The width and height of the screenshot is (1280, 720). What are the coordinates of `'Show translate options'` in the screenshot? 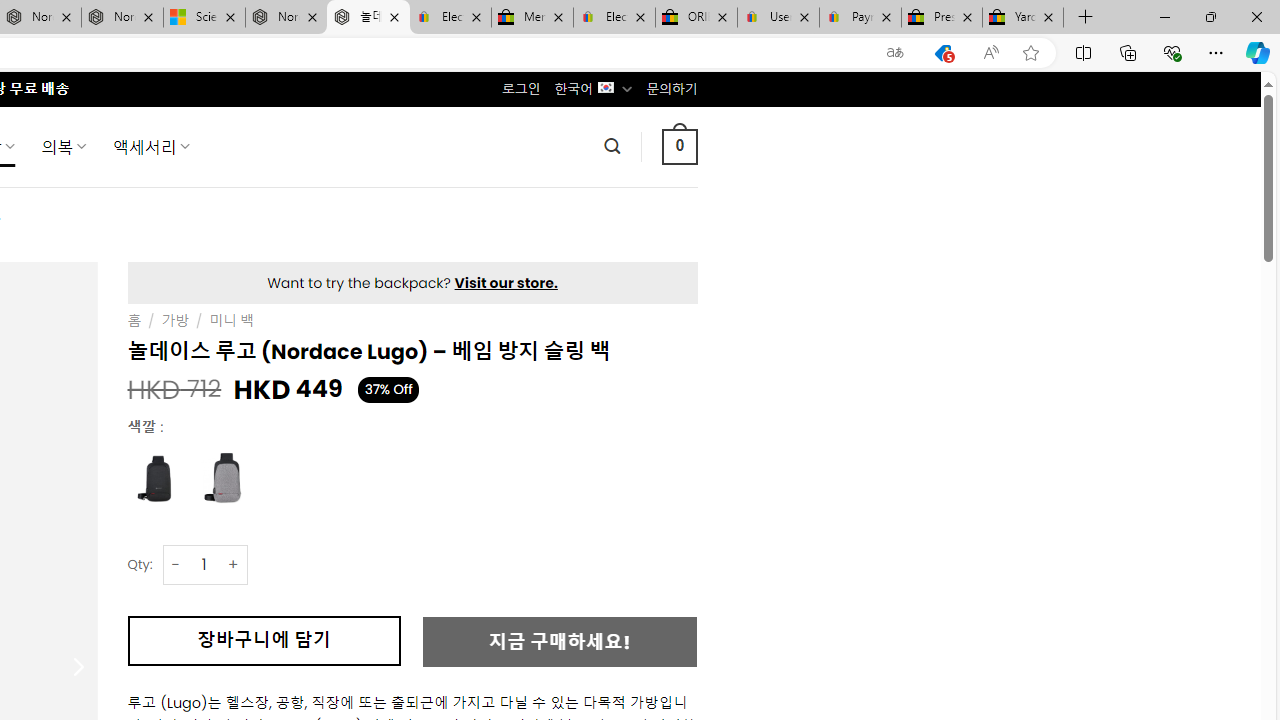 It's located at (894, 52).